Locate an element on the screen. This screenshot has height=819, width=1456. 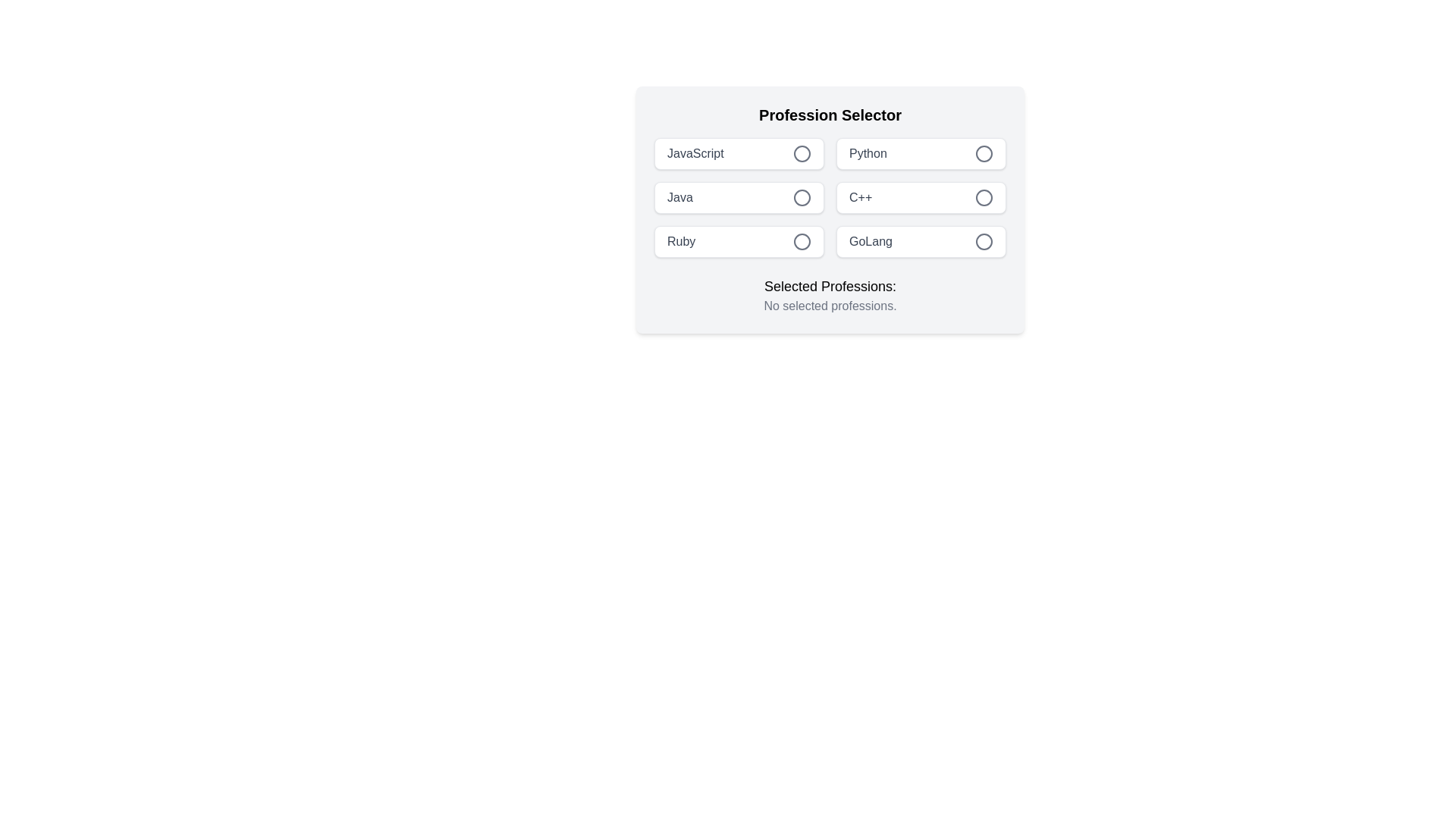
the selectable option labeled 'JavaScript' in the upper-left corner of the grid is located at coordinates (739, 154).